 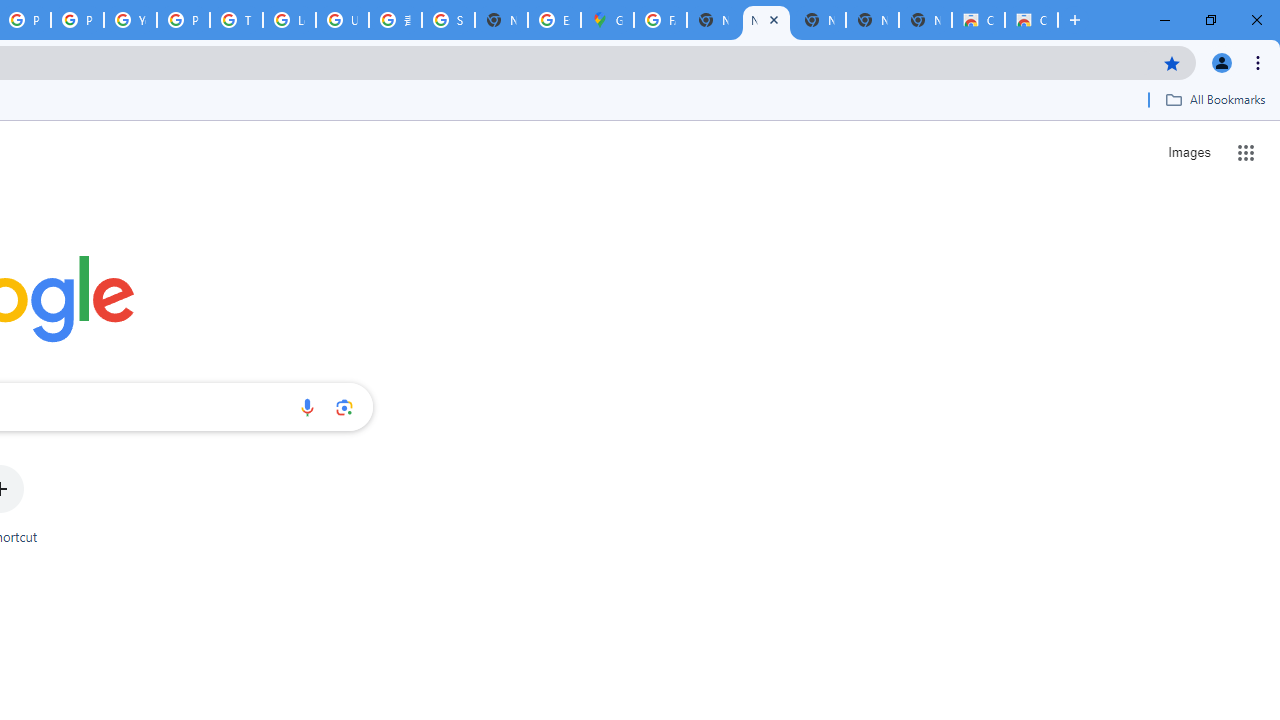 I want to click on 'Search for Images ', so click(x=1189, y=152).